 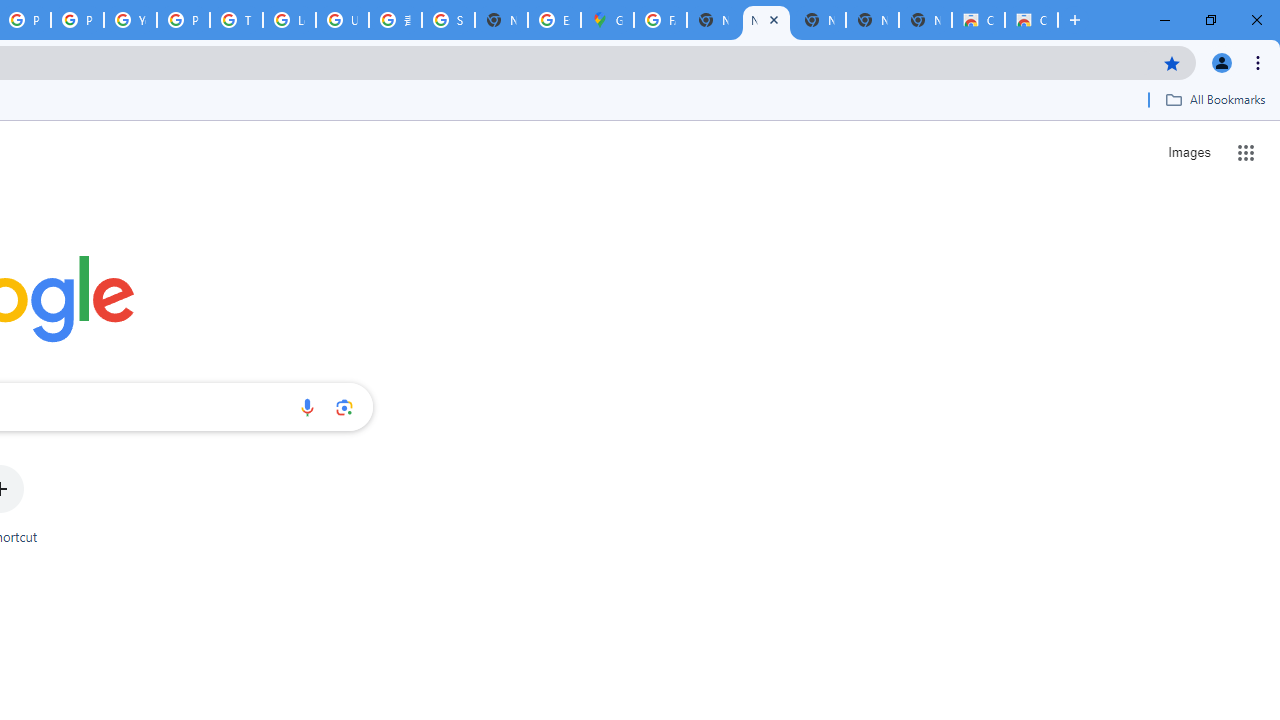 I want to click on 'Search for Images ', so click(x=1189, y=152).